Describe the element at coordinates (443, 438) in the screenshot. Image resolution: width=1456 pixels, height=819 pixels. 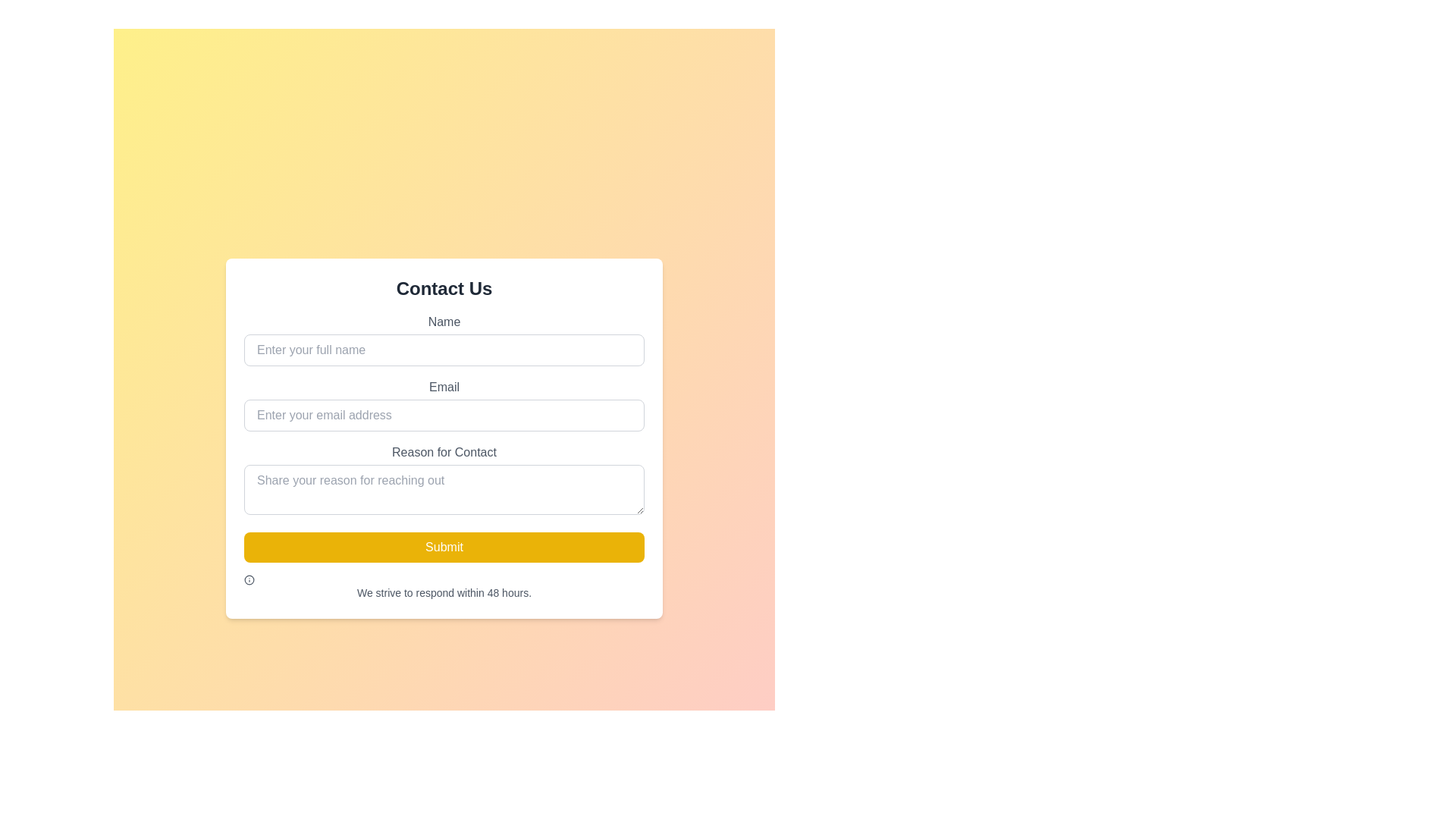
I see `the input fields within the 'Contact Us' form group, which includes sections for 'Name', 'Email', and 'Reason for Contact'` at that location.